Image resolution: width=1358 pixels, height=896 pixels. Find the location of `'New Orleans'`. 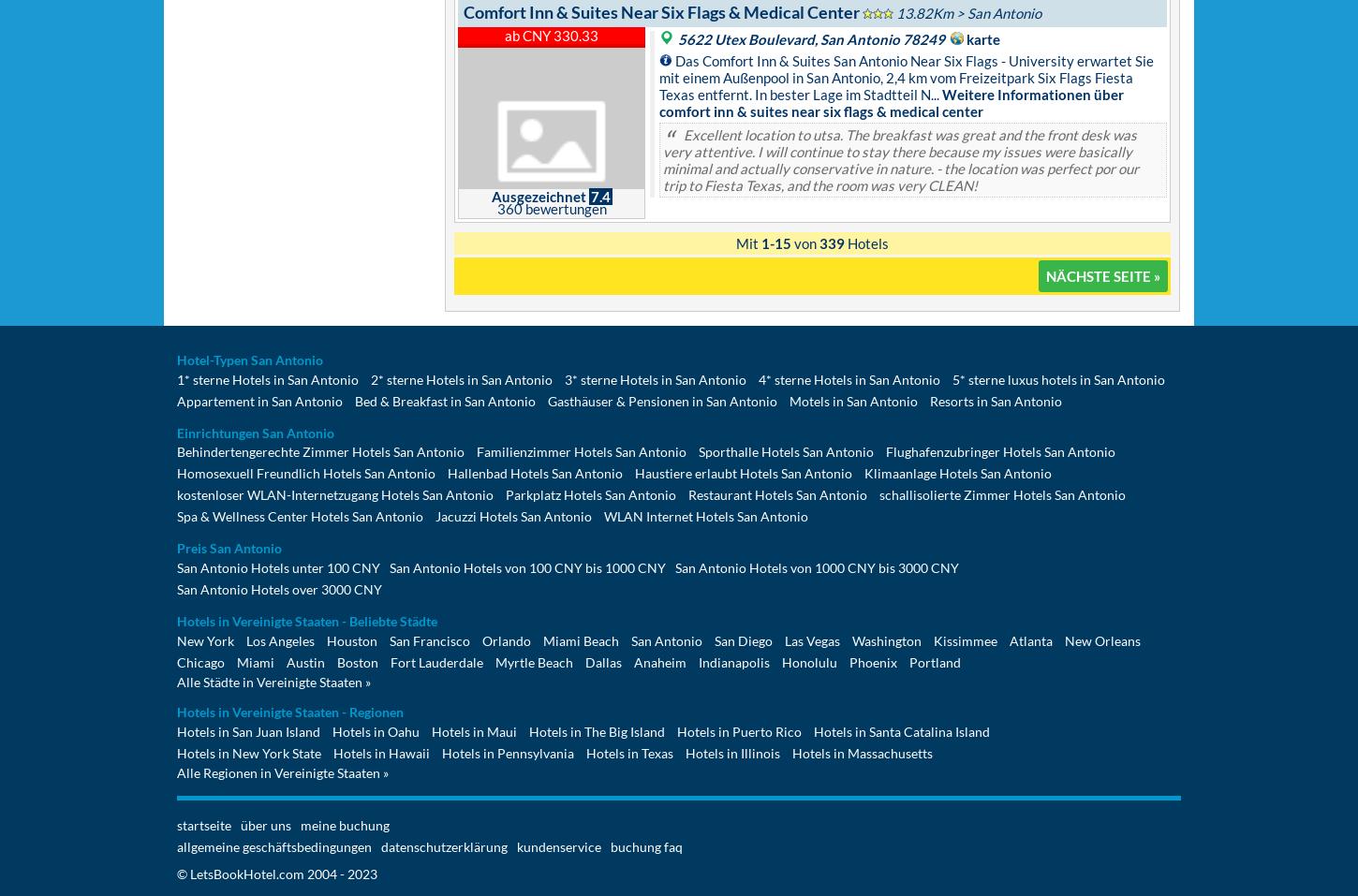

'New Orleans' is located at coordinates (1101, 640).